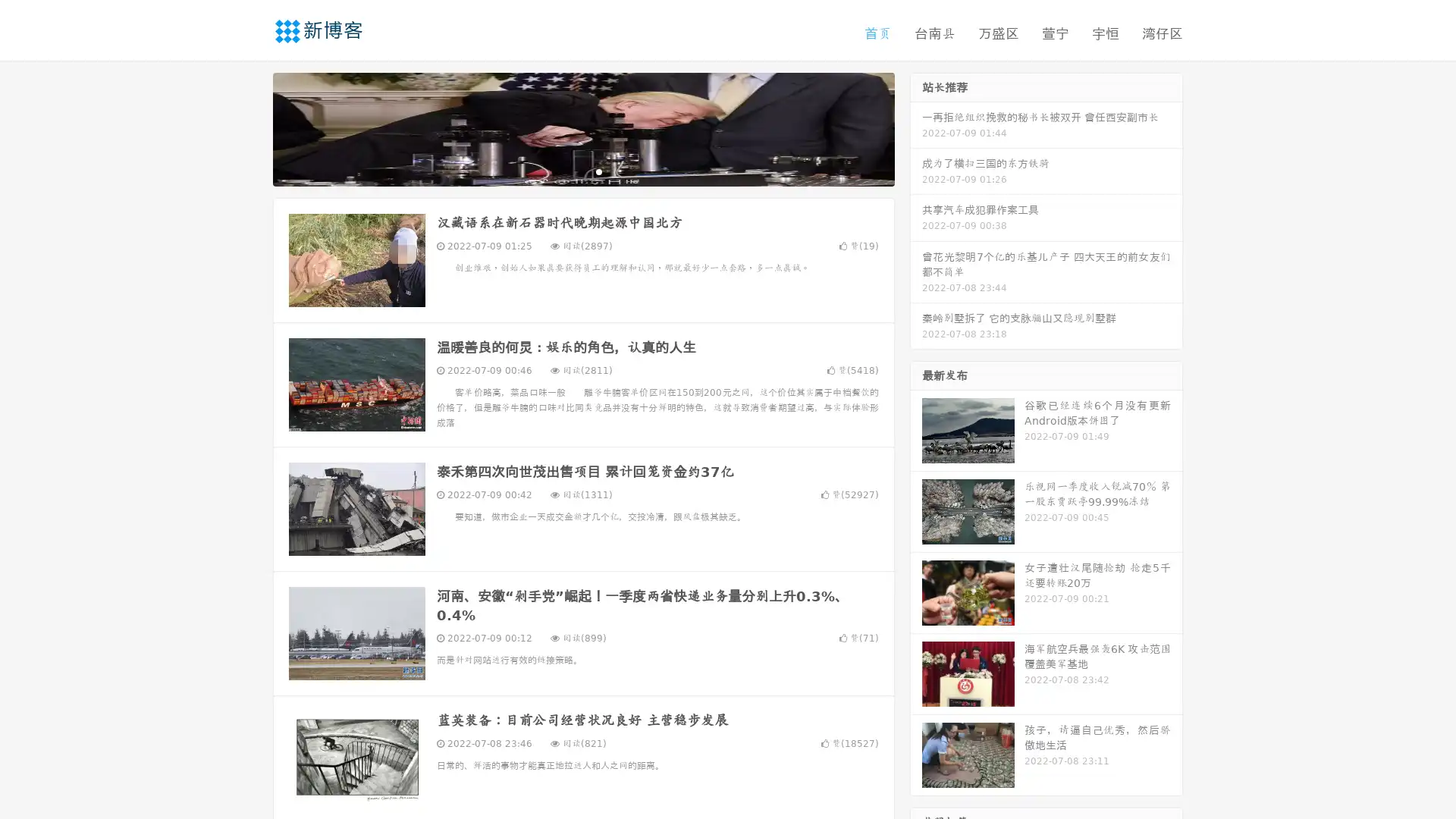  Describe the element at coordinates (567, 171) in the screenshot. I see `Go to slide 1` at that location.